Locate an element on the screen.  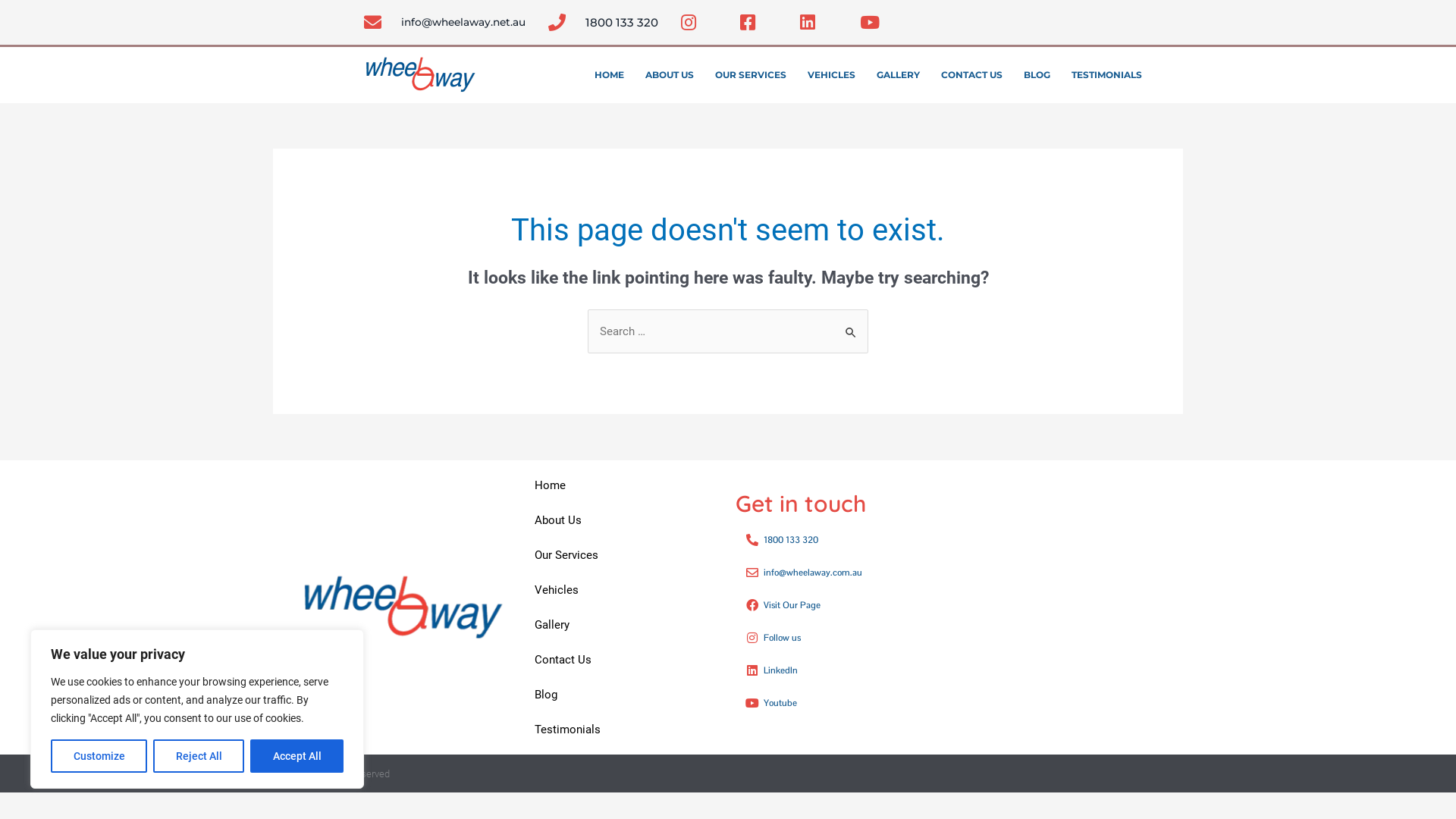
'ABOUT US' is located at coordinates (669, 75).